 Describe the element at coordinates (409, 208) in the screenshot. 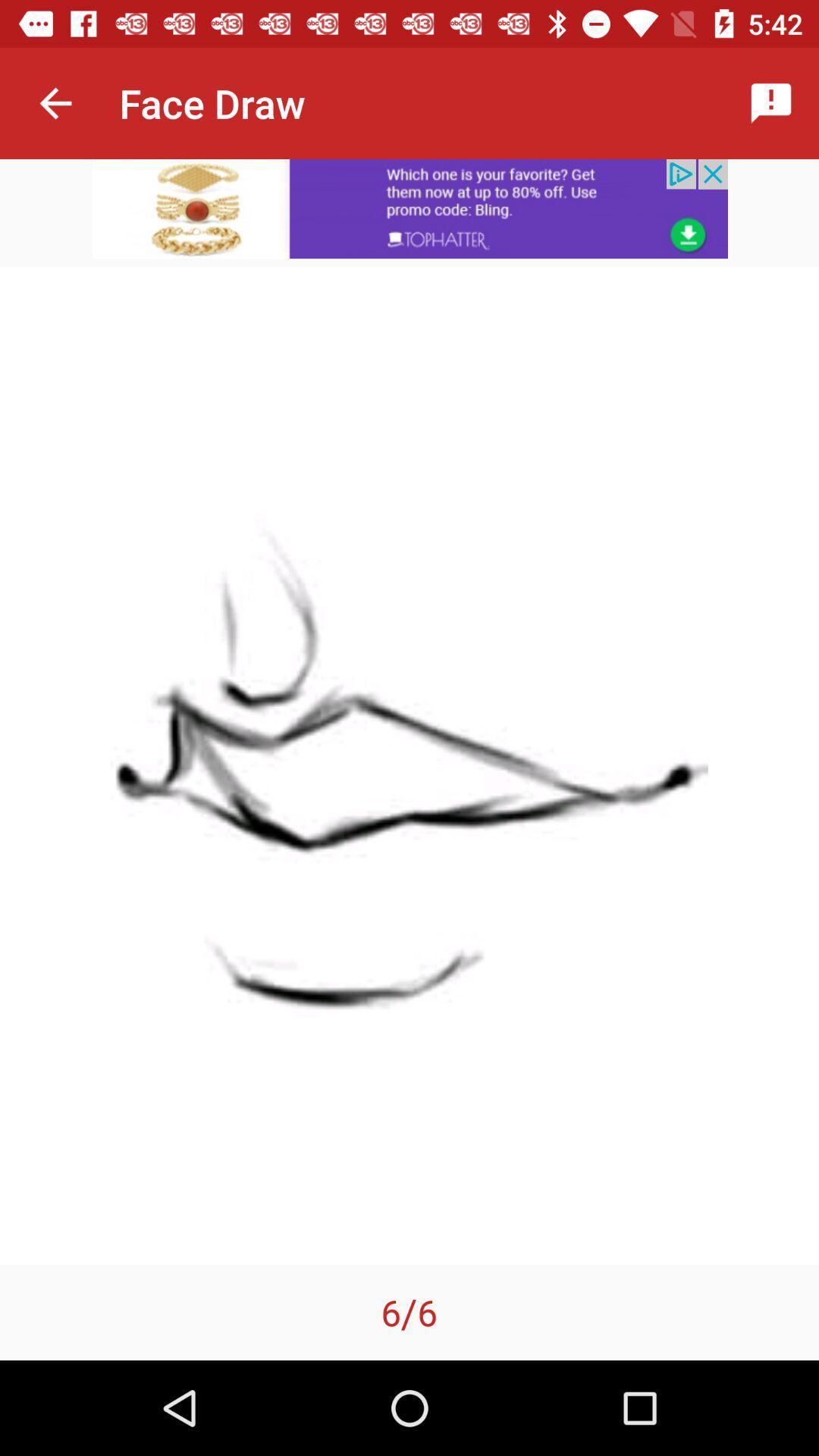

I see `advertisement app` at that location.